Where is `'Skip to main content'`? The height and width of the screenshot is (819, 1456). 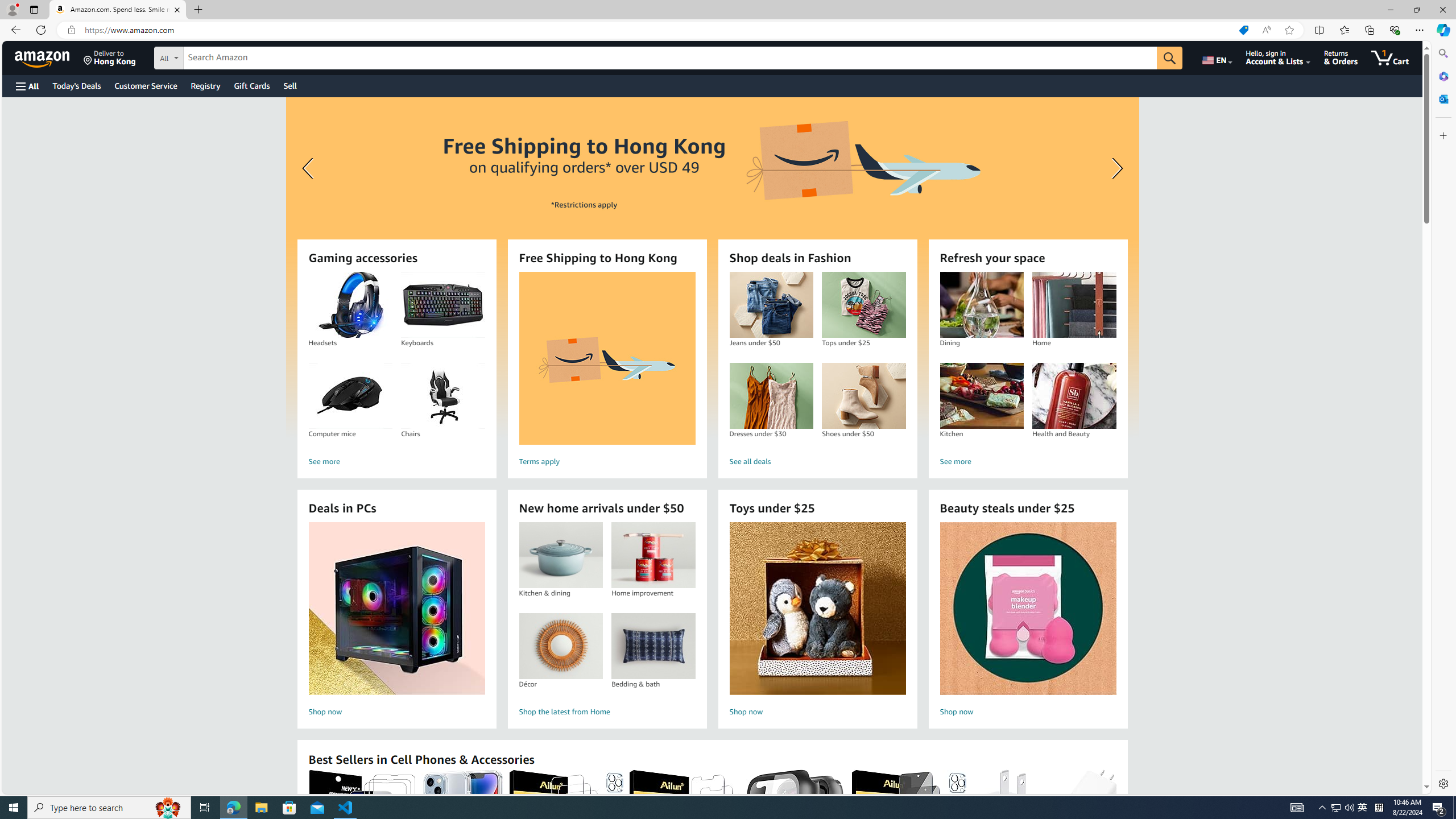 'Skip to main content' is located at coordinates (48, 56).